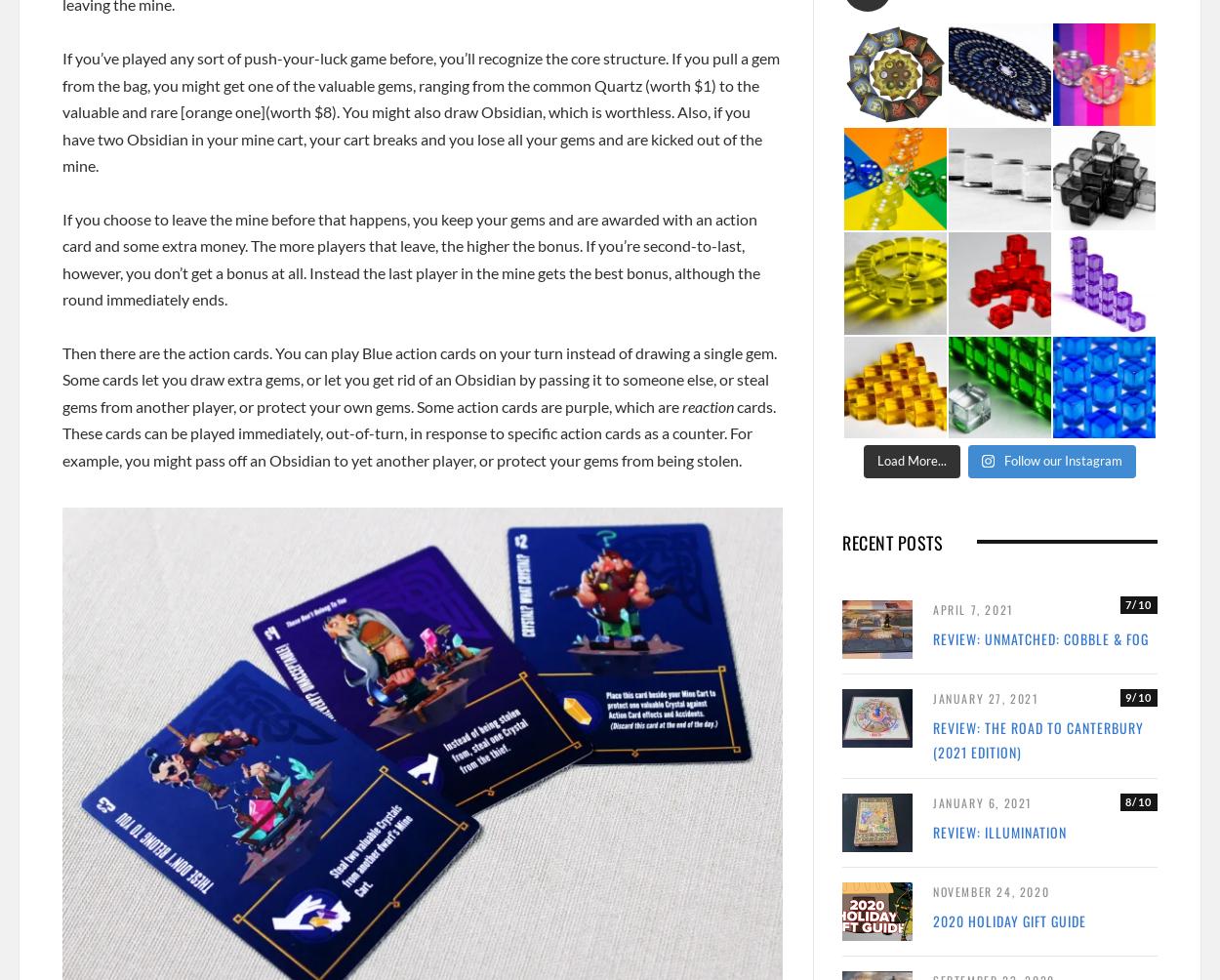  I want to click on '8/10', so click(1138, 800).